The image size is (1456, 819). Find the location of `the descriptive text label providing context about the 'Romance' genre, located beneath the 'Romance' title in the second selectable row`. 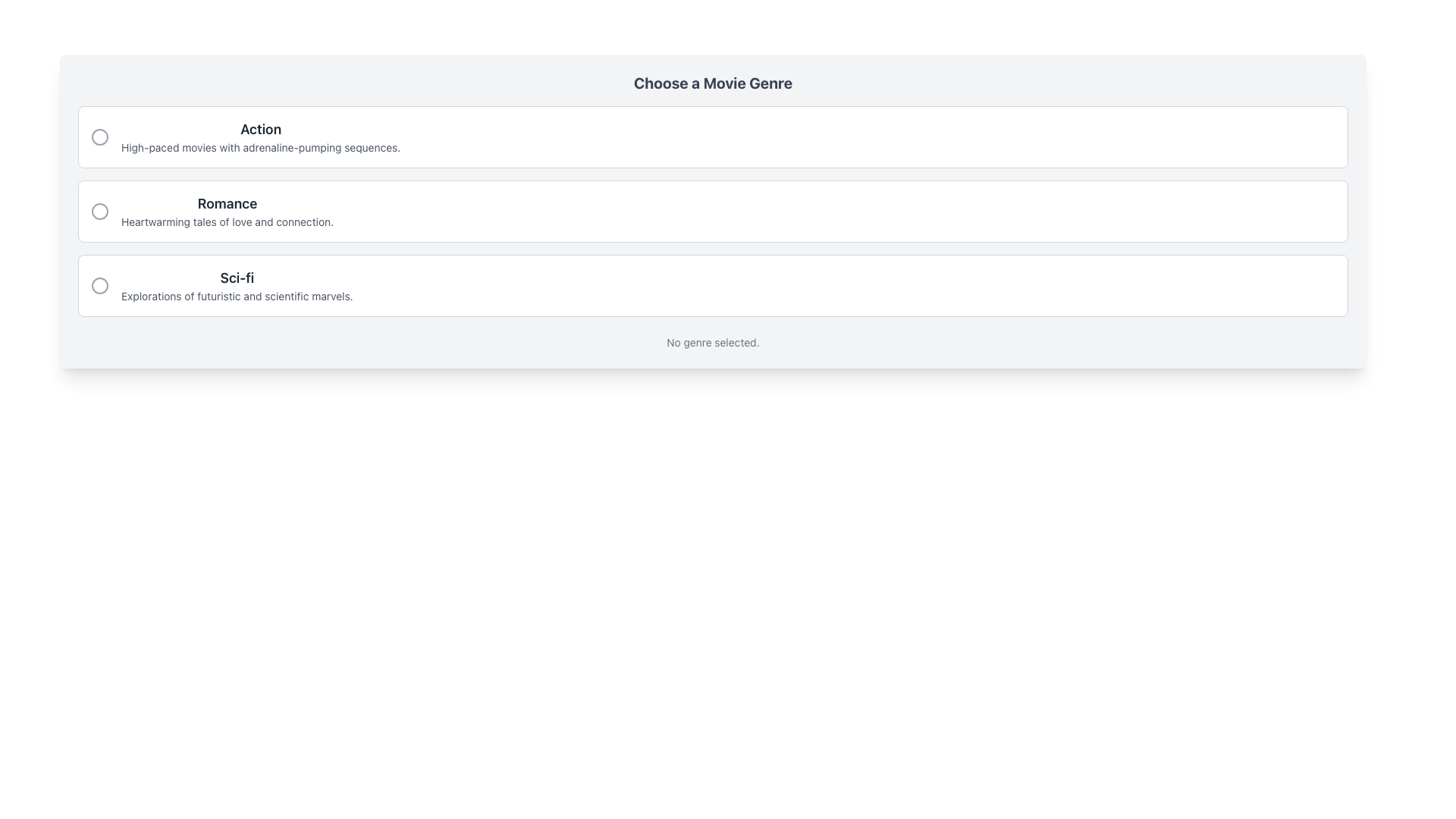

the descriptive text label providing context about the 'Romance' genre, located beneath the 'Romance' title in the second selectable row is located at coordinates (227, 222).